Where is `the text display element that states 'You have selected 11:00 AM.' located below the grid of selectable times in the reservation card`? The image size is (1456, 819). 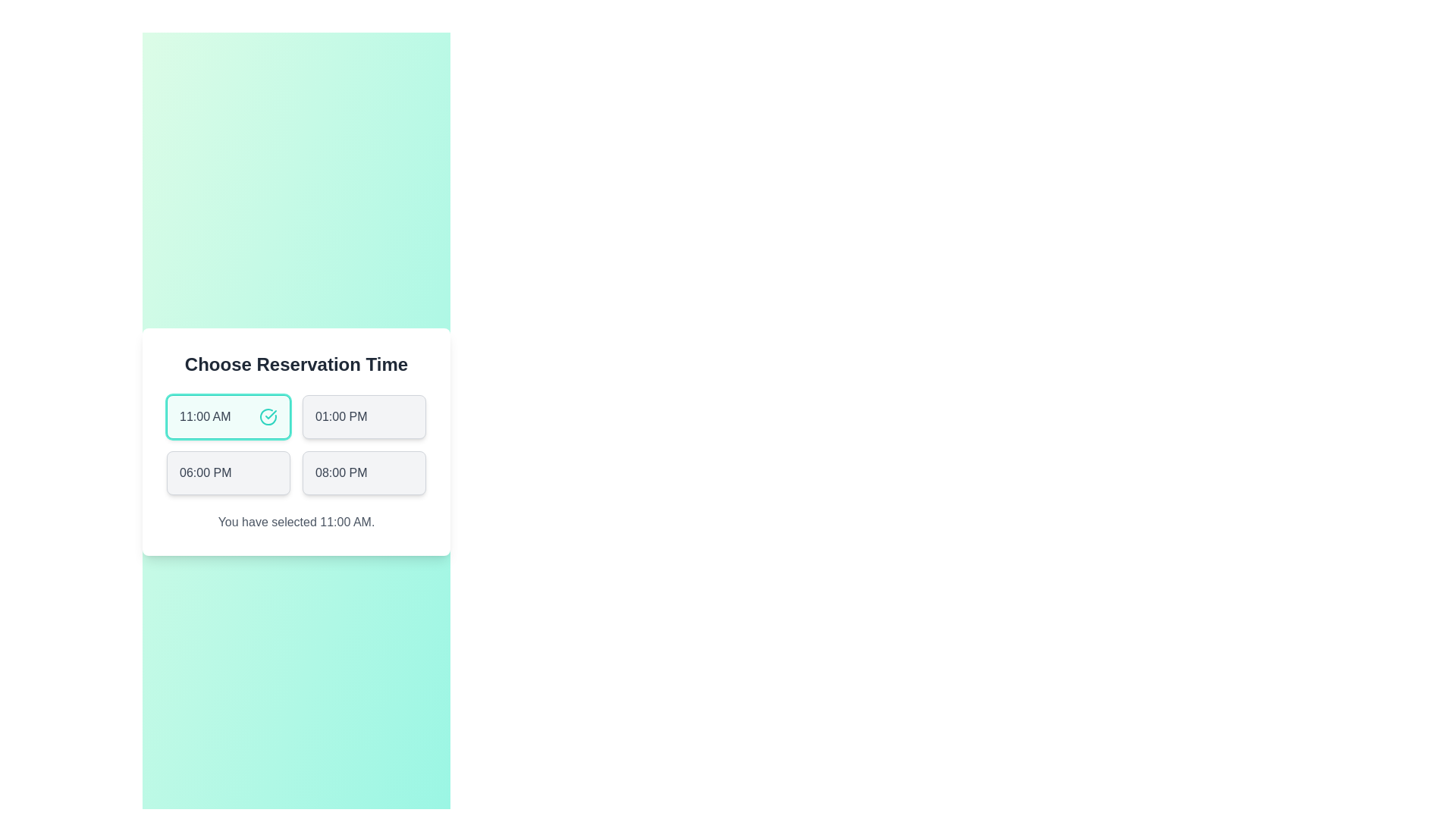 the text display element that states 'You have selected 11:00 AM.' located below the grid of selectable times in the reservation card is located at coordinates (296, 522).